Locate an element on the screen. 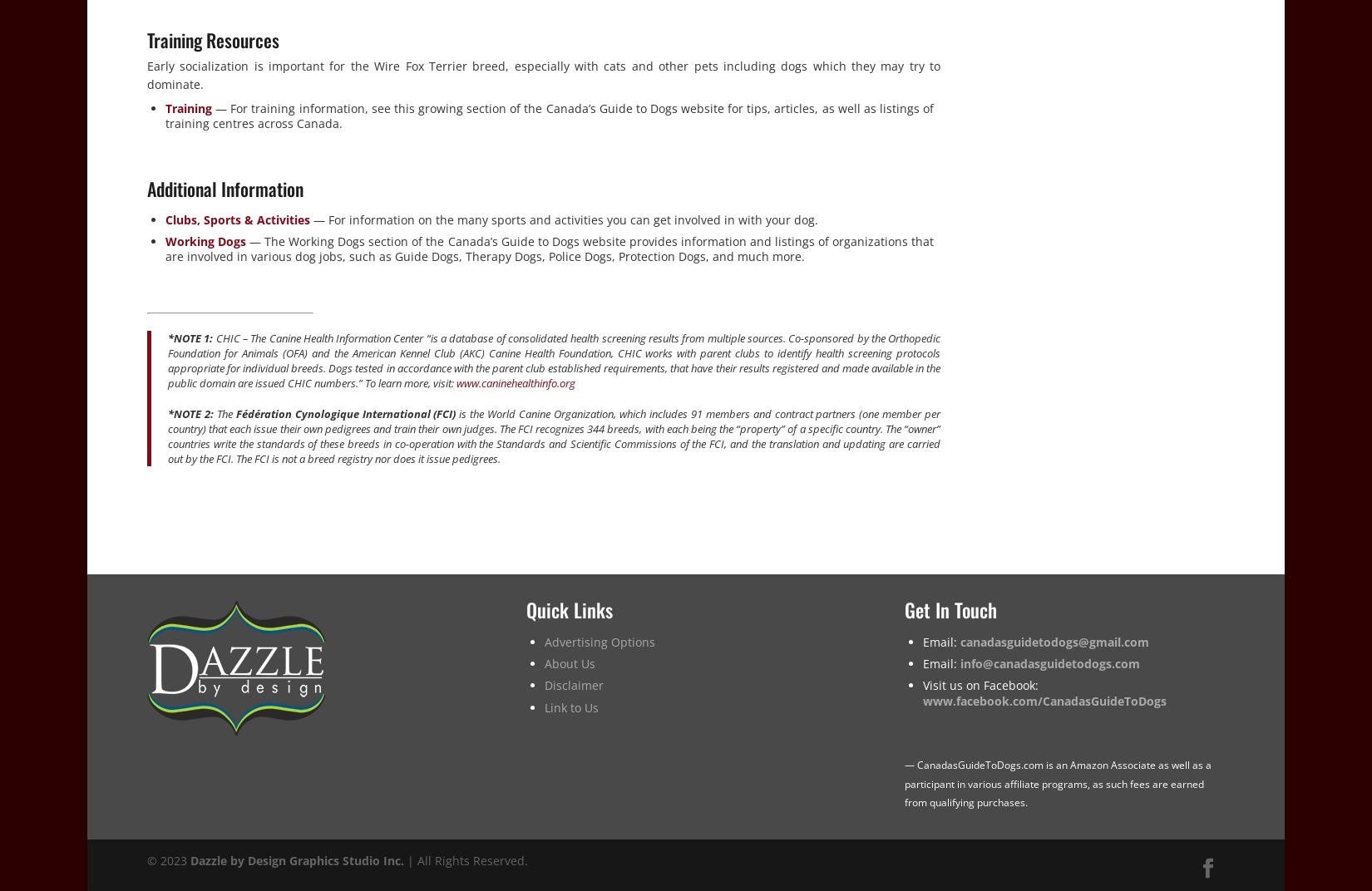 Image resolution: width=1372 pixels, height=891 pixels. 'Visit us on Facebook:' is located at coordinates (980, 684).